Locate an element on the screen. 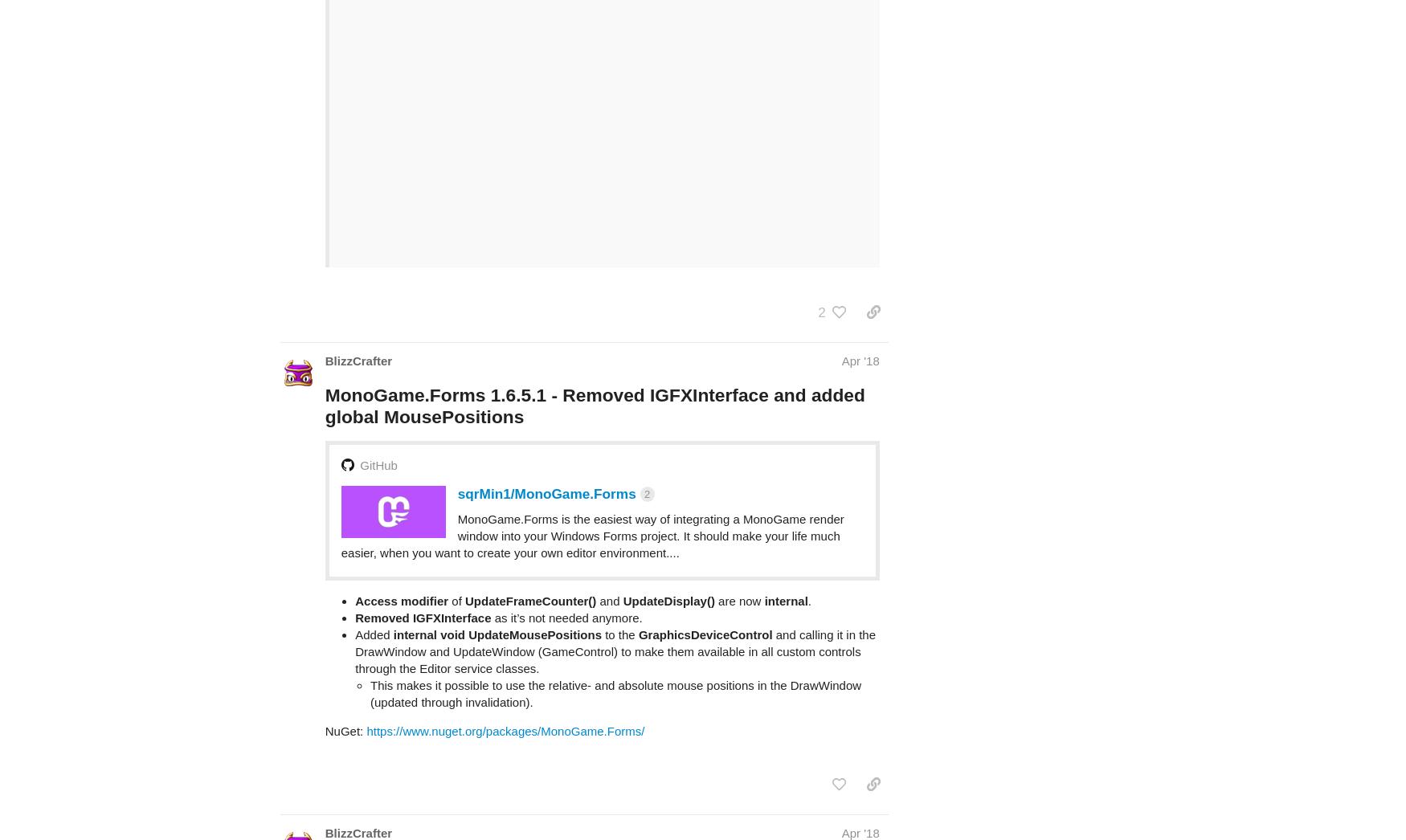  'MonoGame.Forms 1.6.5.1 - Removed IGFXInterface and added global MousePositions' is located at coordinates (595, 342).